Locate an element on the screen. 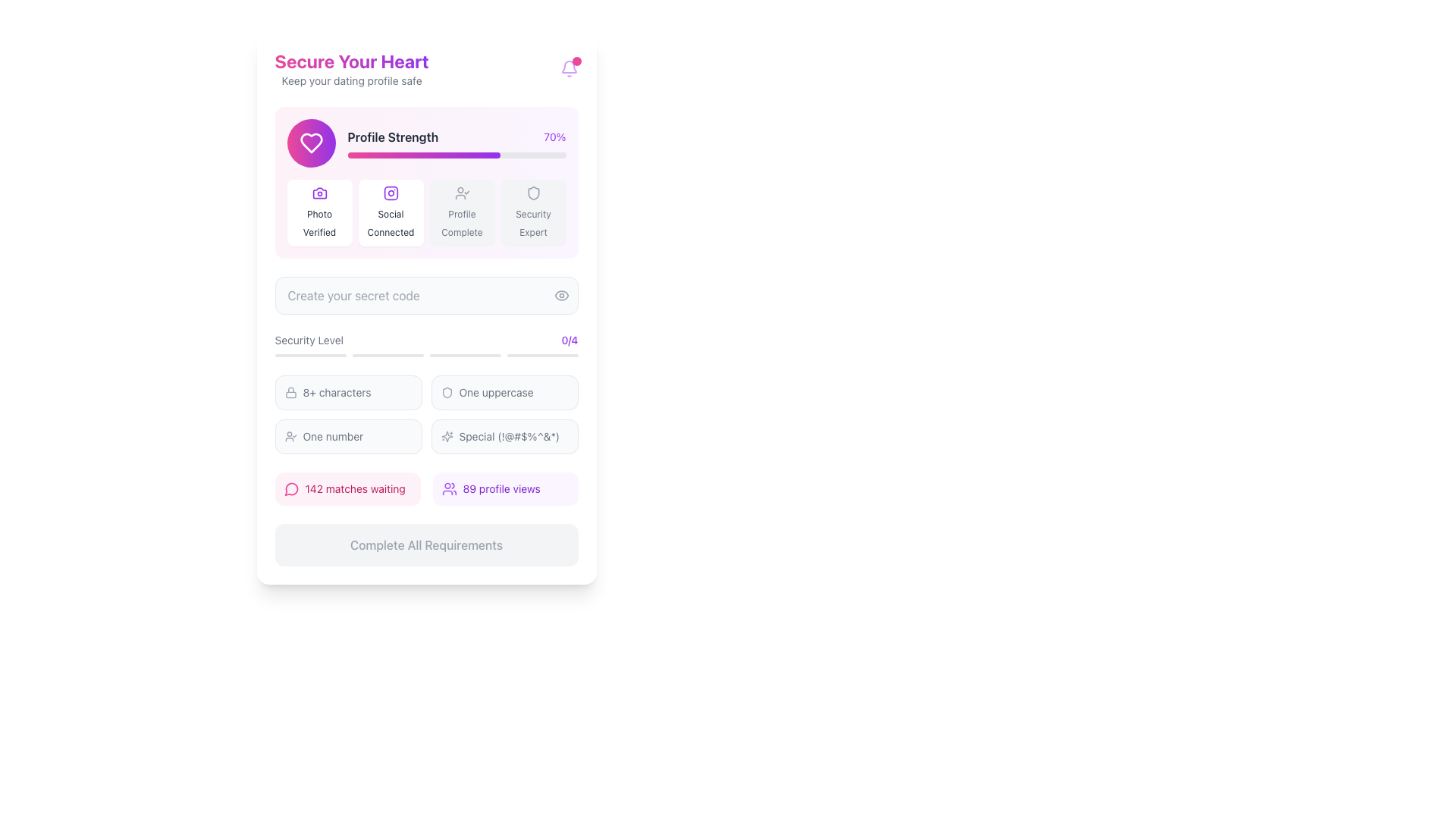 The height and width of the screenshot is (819, 1456). the 'Social Connected' icon located in the second slot under the 'Profile Strength' section is located at coordinates (391, 192).